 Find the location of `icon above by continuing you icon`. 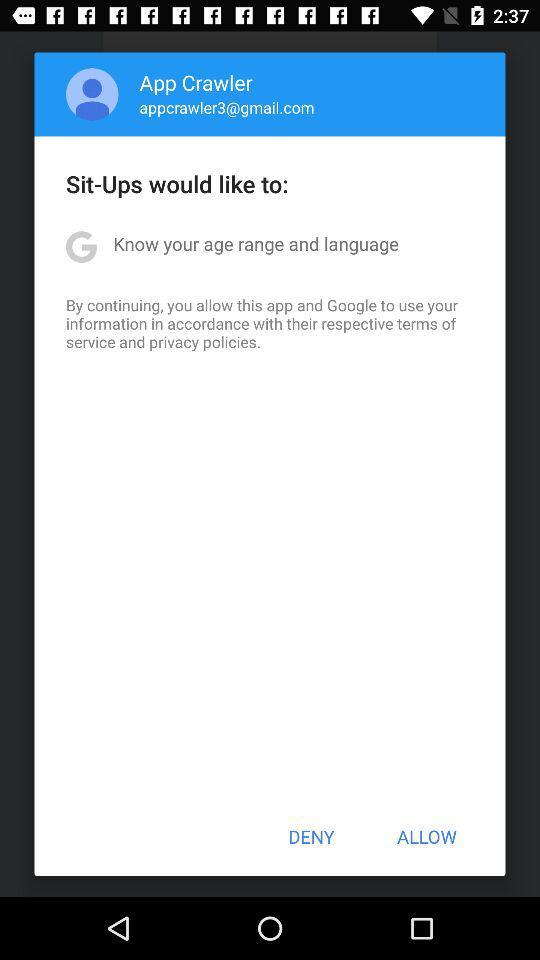

icon above by continuing you icon is located at coordinates (256, 242).